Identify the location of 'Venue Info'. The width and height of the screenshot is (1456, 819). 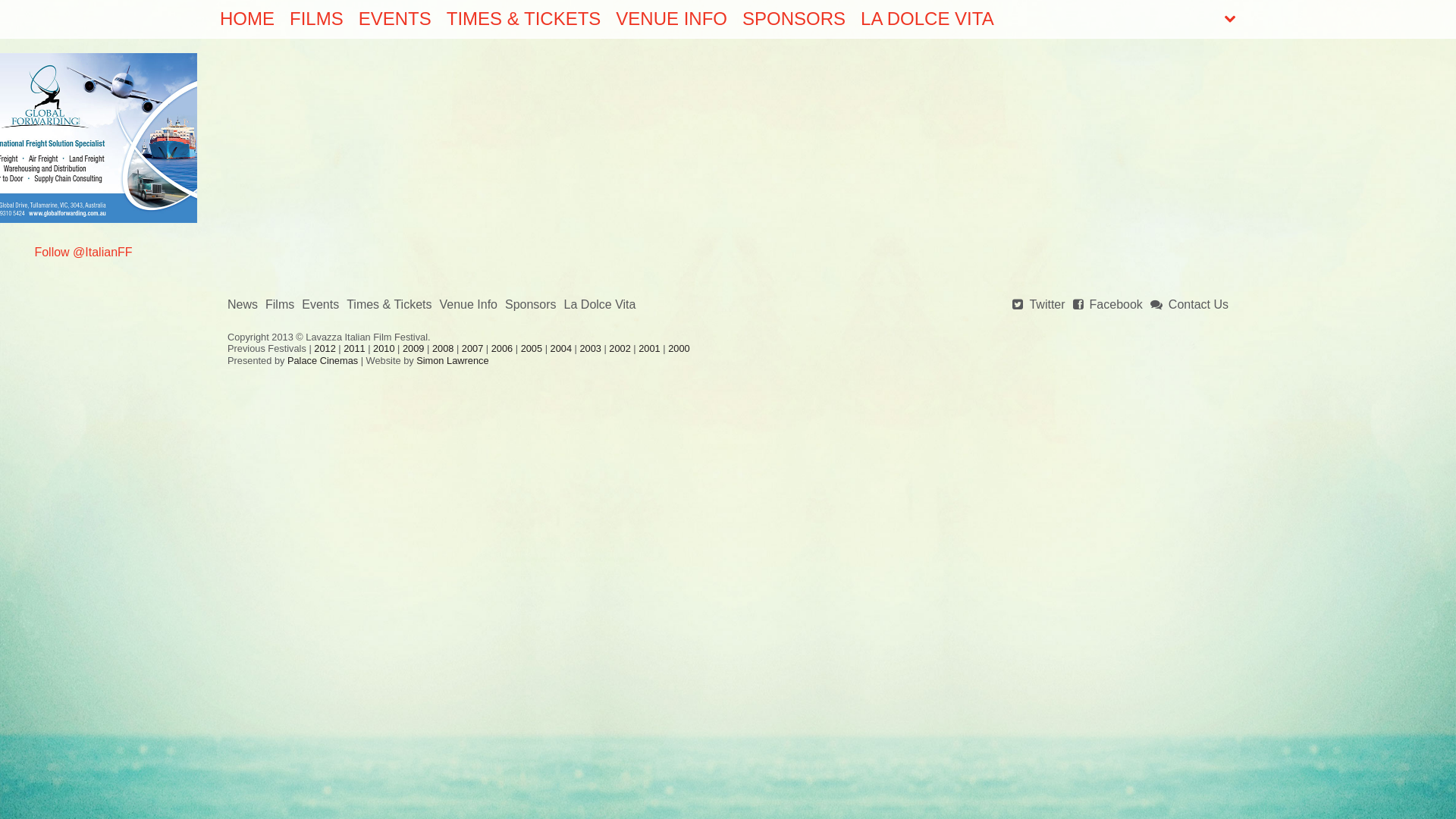
(467, 305).